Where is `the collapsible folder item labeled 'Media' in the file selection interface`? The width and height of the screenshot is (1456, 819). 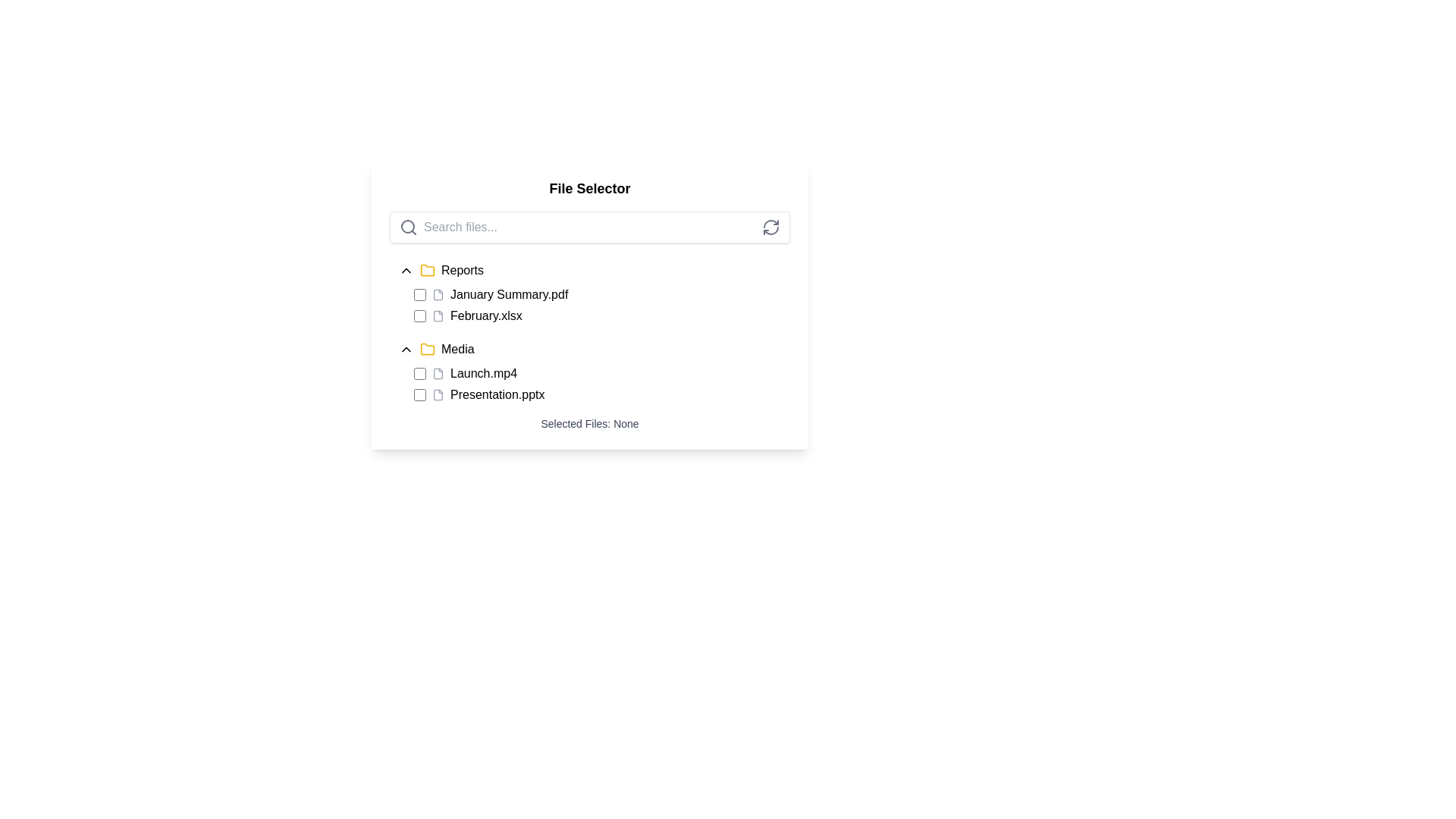
the collapsible folder item labeled 'Media' in the file selection interface is located at coordinates (588, 369).